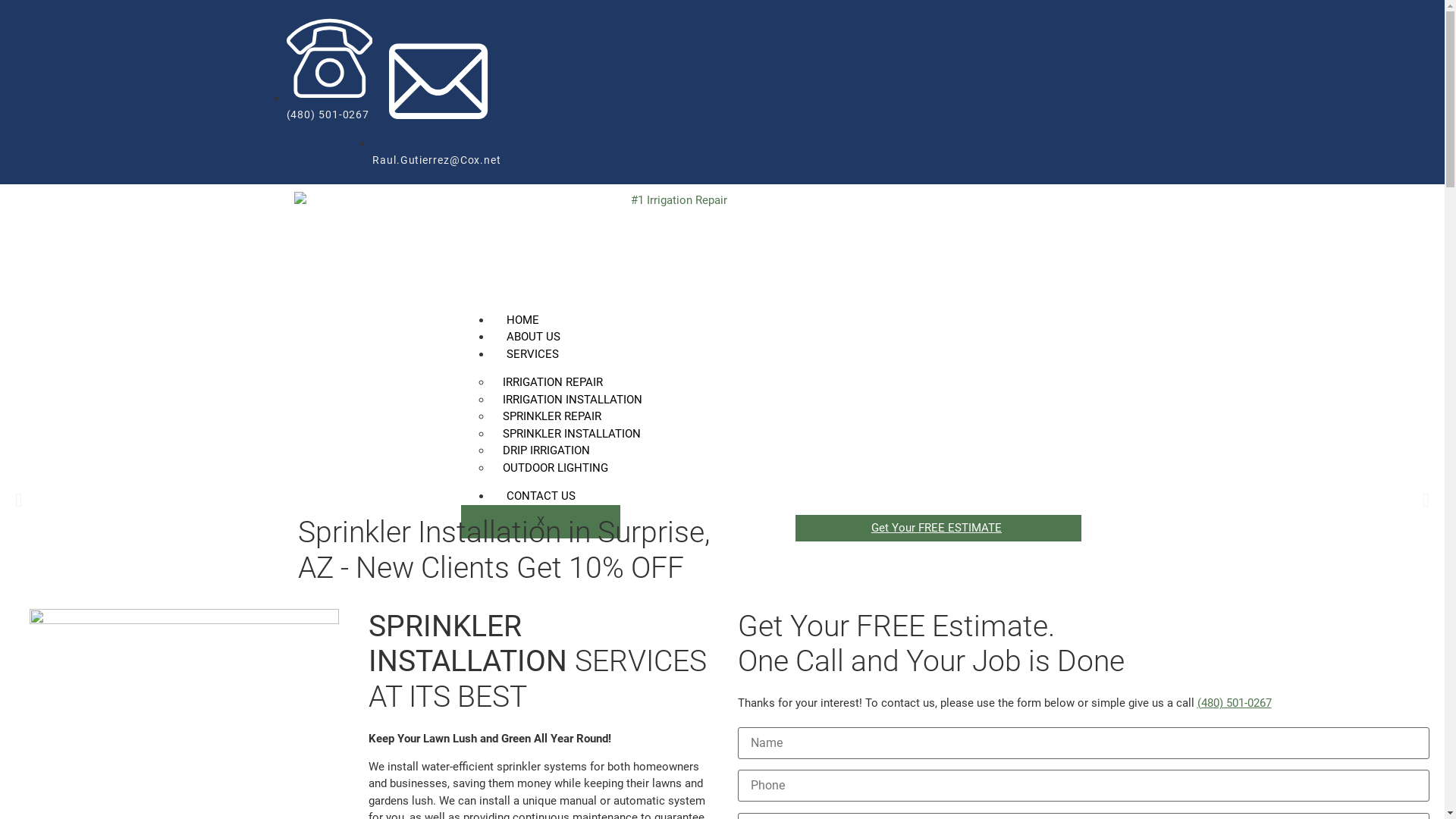 This screenshot has width=1456, height=819. What do you see at coordinates (1234, 702) in the screenshot?
I see `'(480) 501-0267'` at bounding box center [1234, 702].